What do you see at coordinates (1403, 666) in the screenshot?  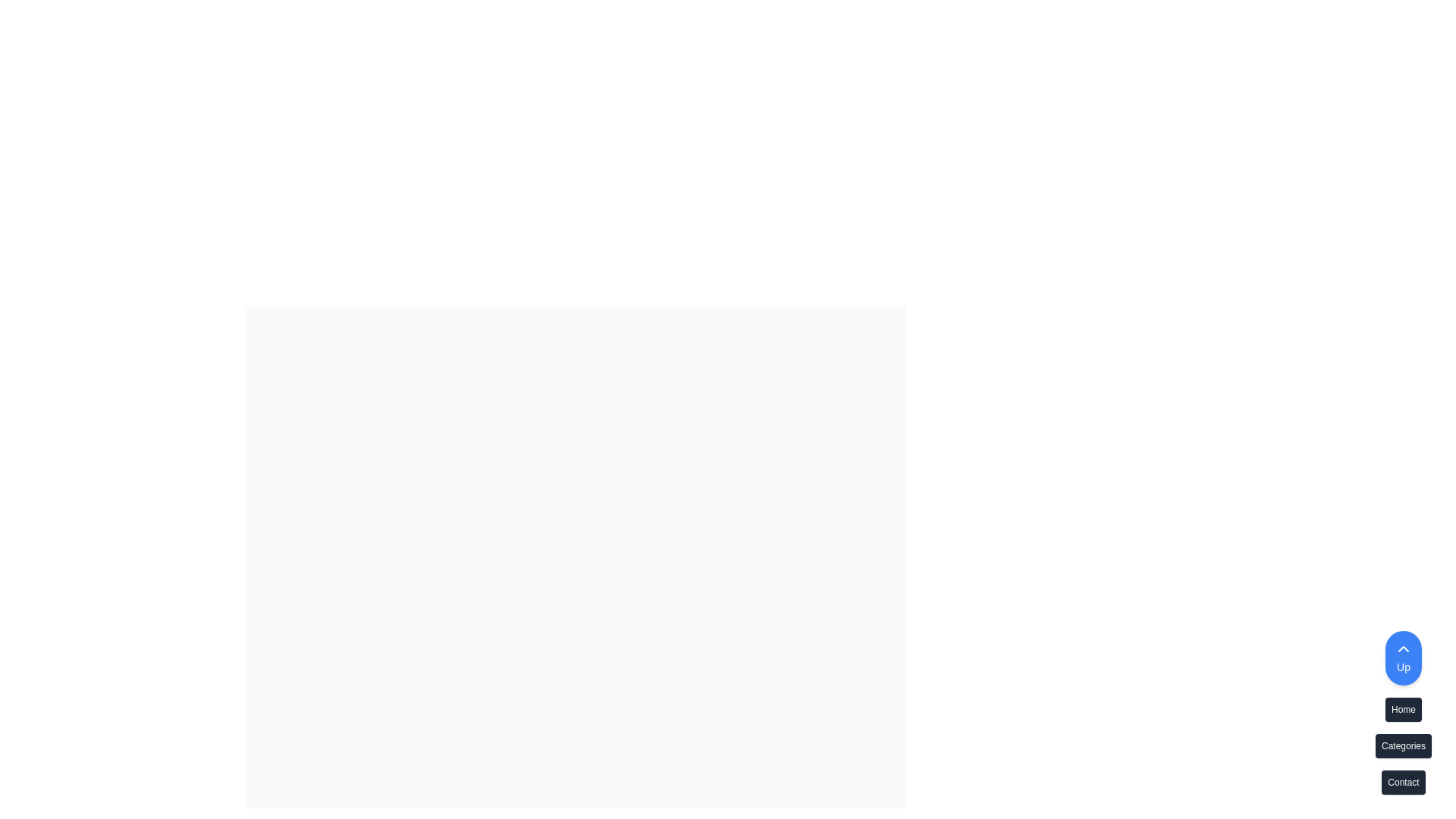 I see `the 'Up' text label within the blue button located at the bottom-right corner of the interface` at bounding box center [1403, 666].